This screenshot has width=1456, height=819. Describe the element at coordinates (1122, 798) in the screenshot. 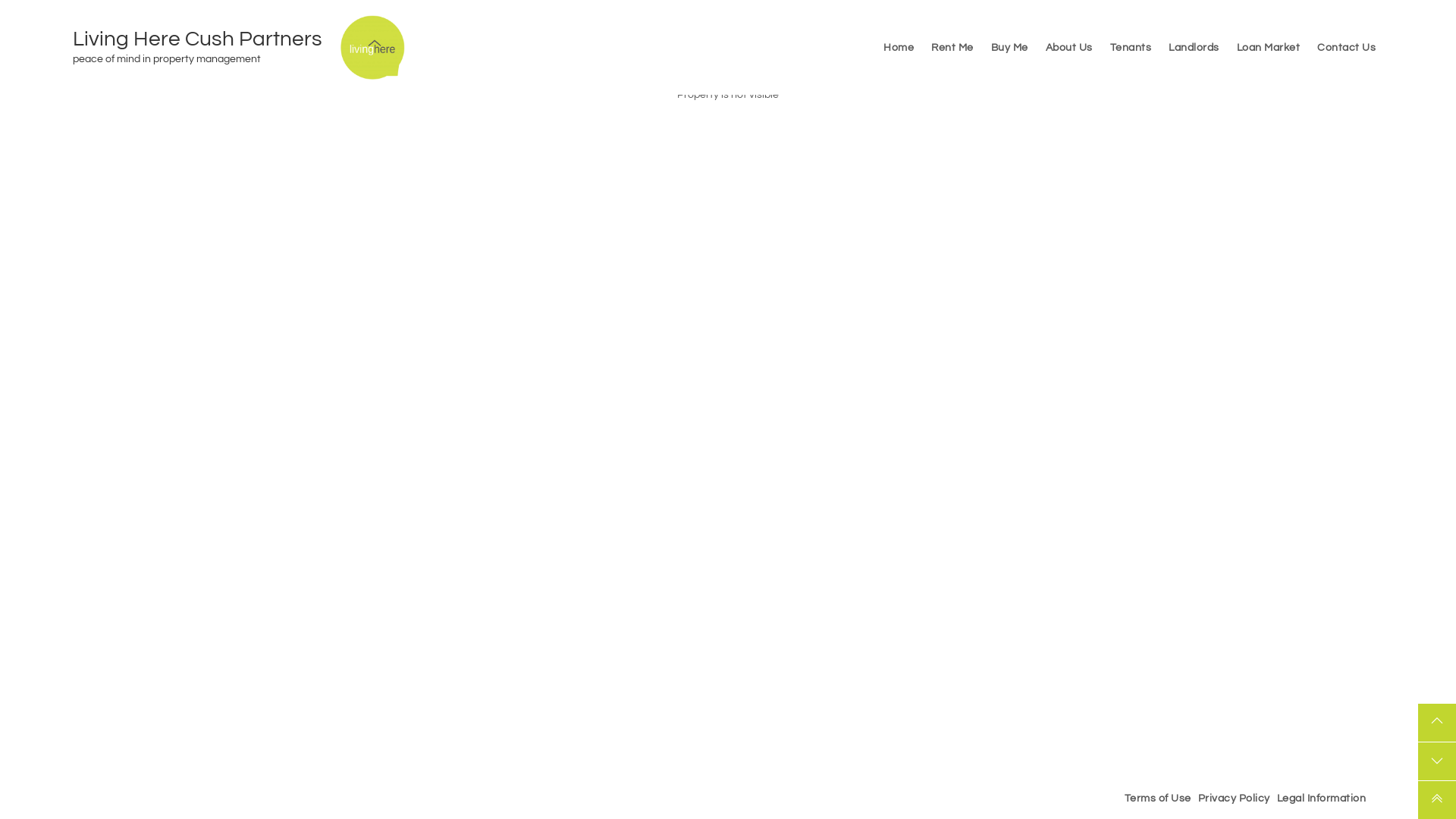

I see `'Terms of Use'` at that location.